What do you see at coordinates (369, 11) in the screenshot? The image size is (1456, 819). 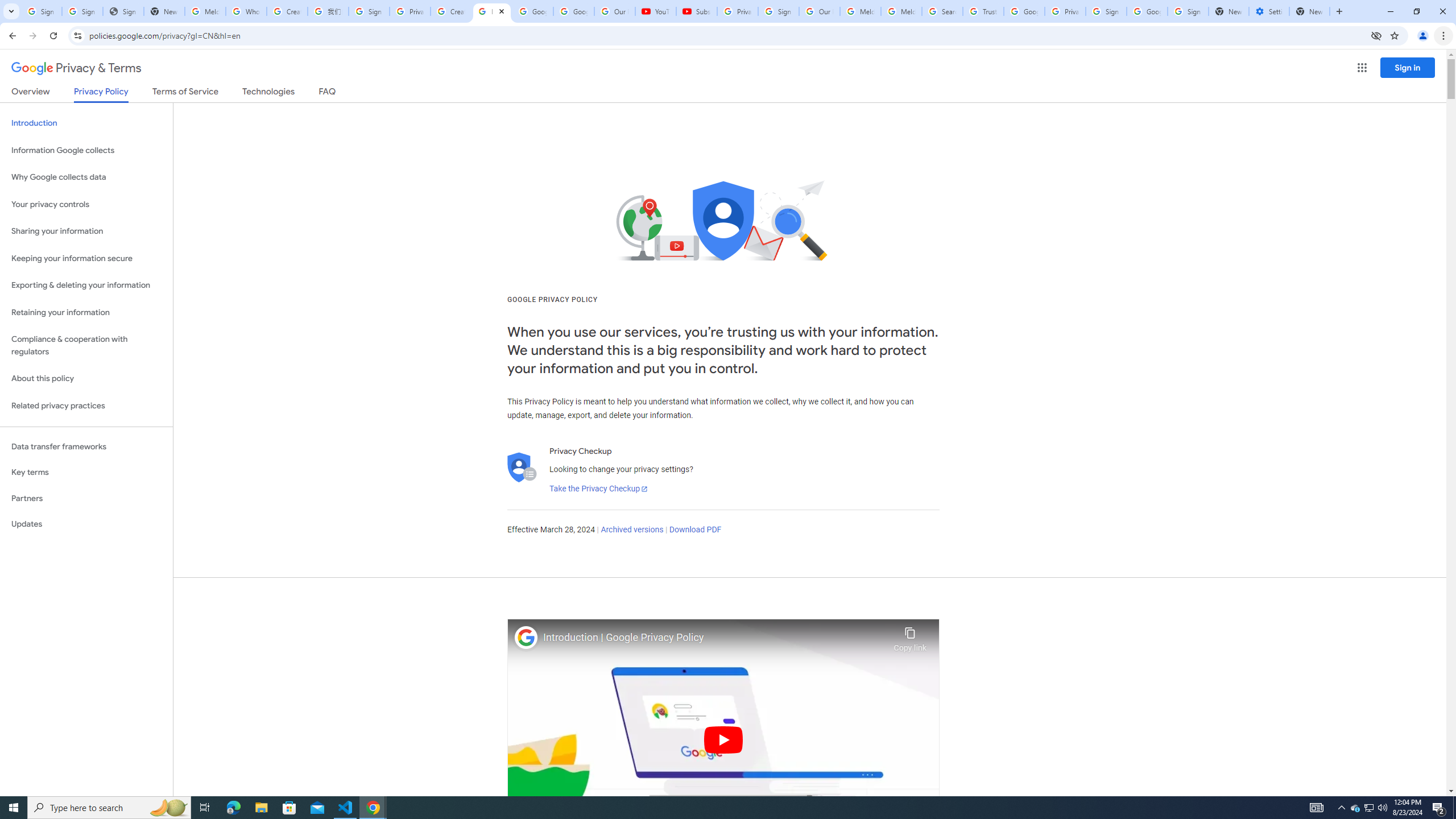 I see `'Sign in - Google Accounts'` at bounding box center [369, 11].